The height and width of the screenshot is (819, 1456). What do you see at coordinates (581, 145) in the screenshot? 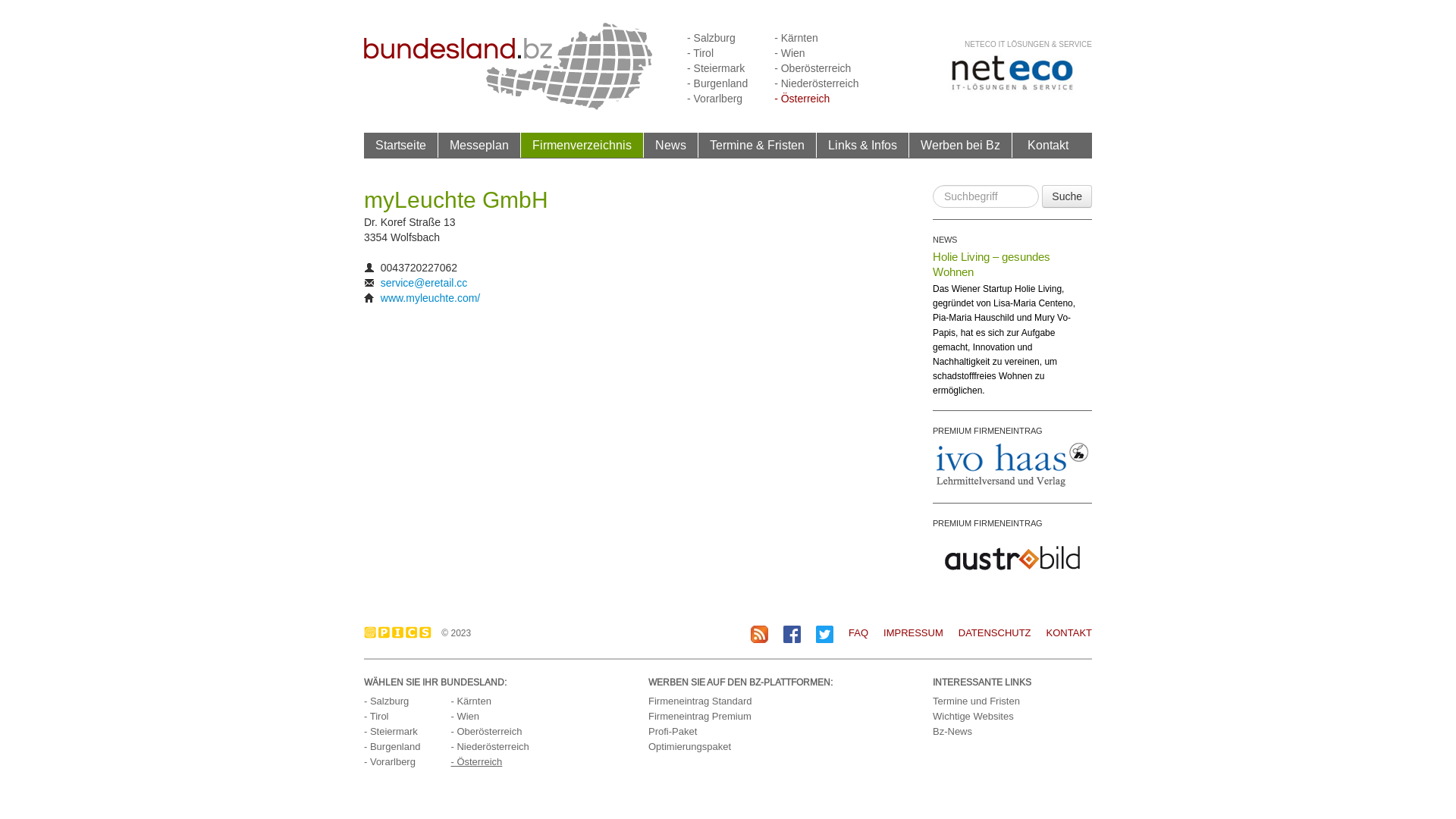
I see `'Firmenverzeichnis'` at bounding box center [581, 145].